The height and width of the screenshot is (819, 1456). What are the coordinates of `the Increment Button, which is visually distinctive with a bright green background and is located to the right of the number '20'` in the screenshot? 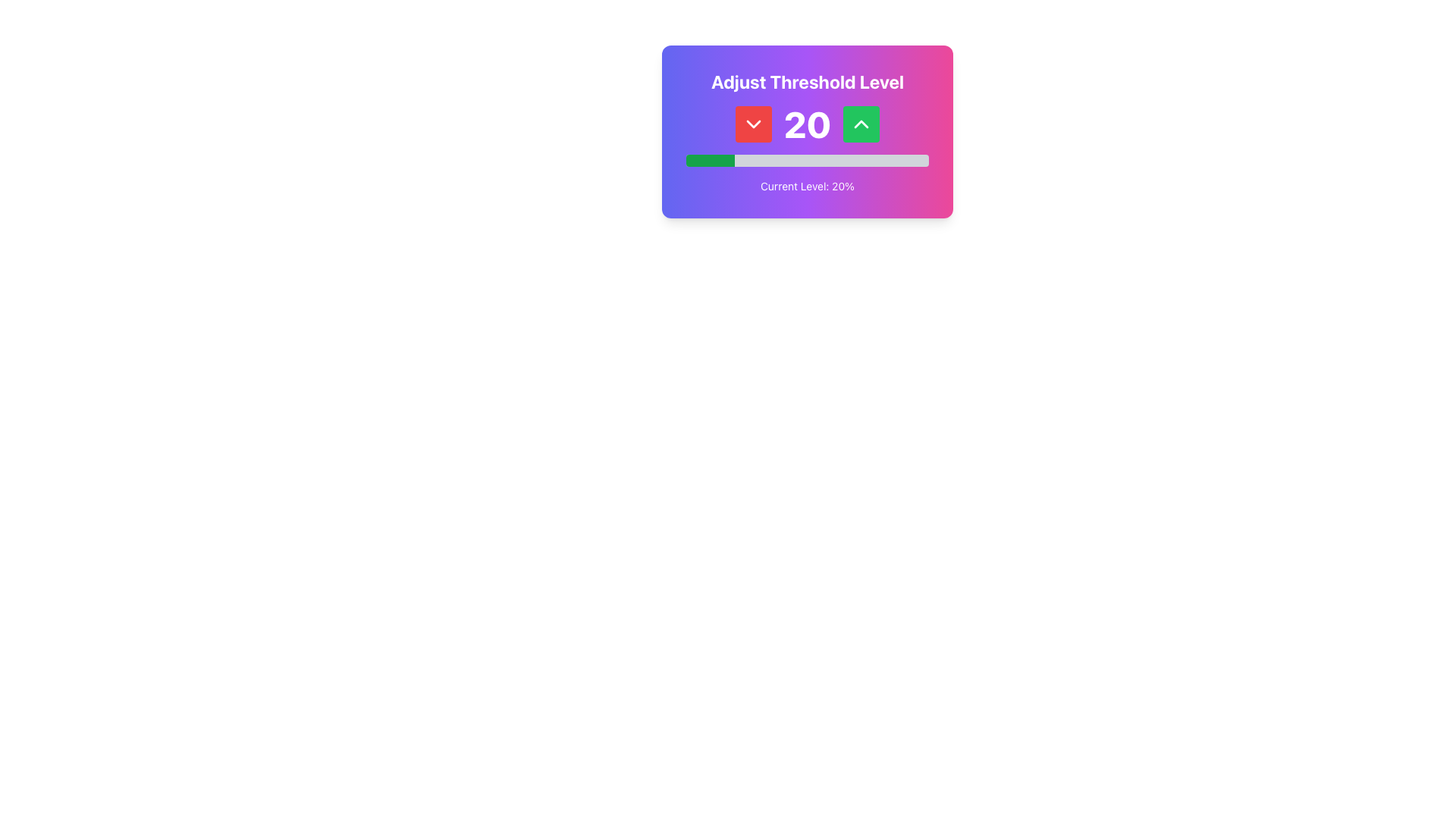 It's located at (861, 124).